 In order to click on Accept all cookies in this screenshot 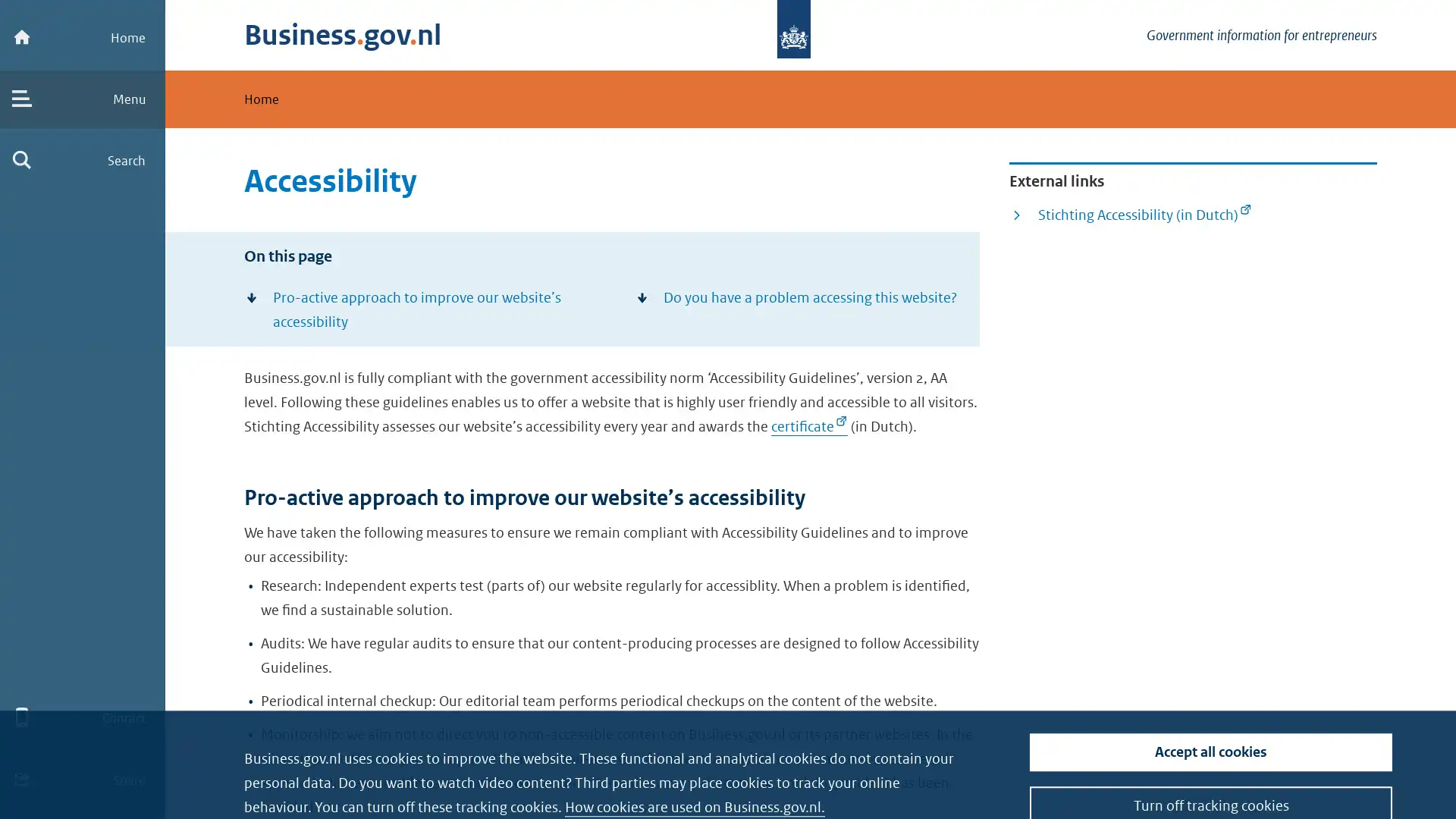, I will do `click(1210, 716)`.